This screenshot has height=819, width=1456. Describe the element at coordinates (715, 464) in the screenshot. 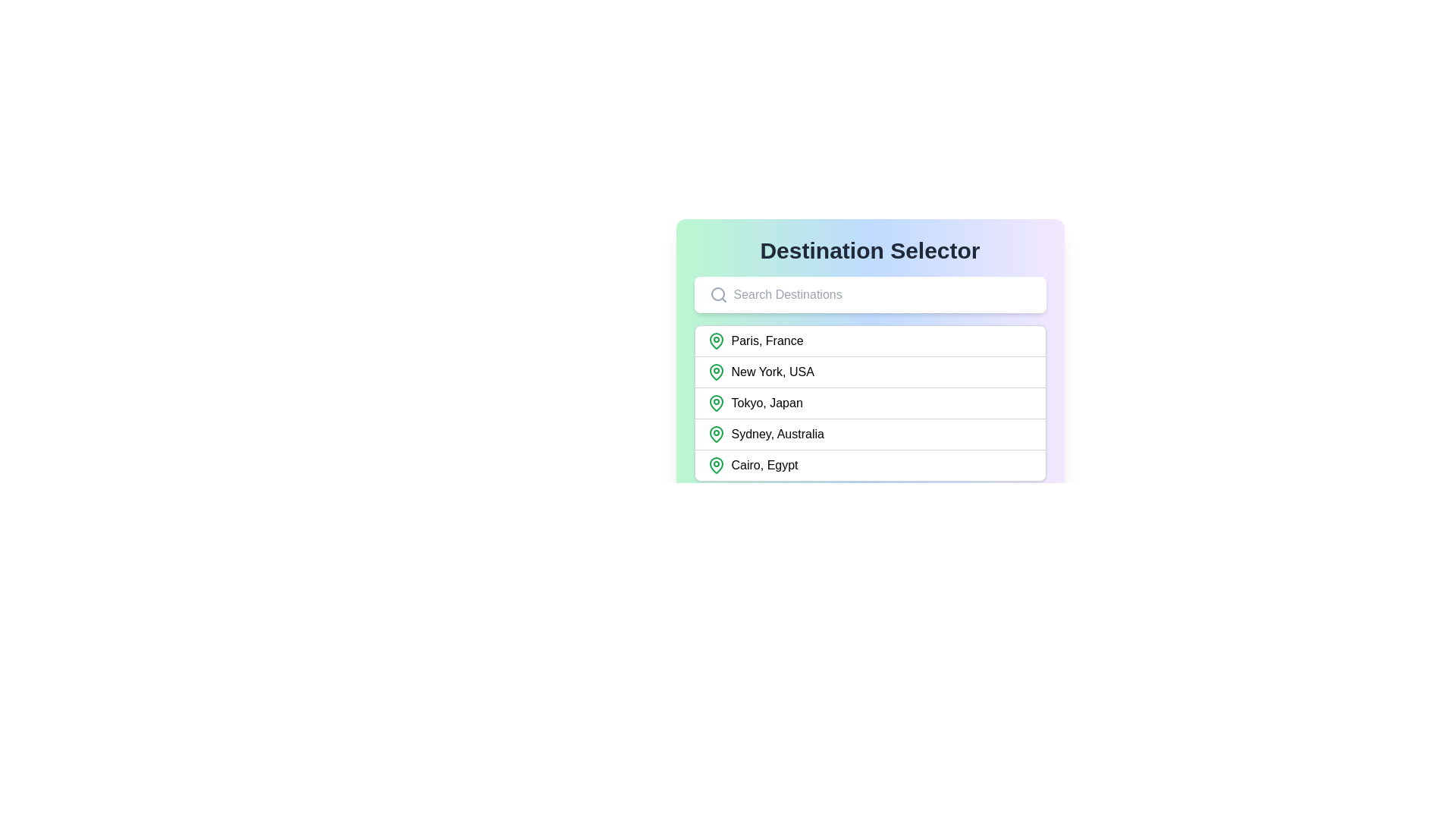

I see `the location marker icon positioned to the left of the text 'Cairo, Egypt'` at that location.